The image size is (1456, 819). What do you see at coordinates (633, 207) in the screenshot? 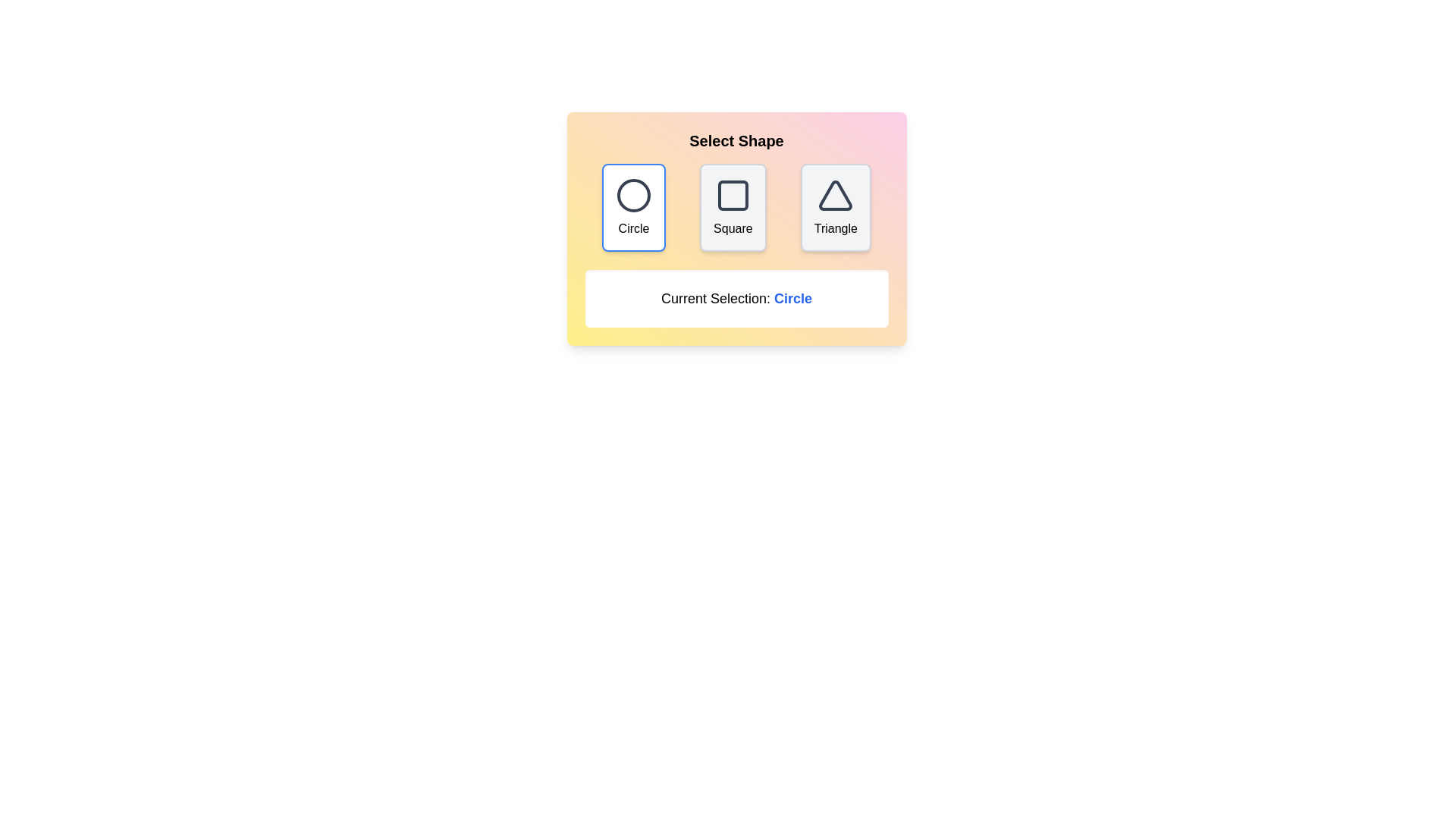
I see `the Circle button to observe hover effects` at bounding box center [633, 207].